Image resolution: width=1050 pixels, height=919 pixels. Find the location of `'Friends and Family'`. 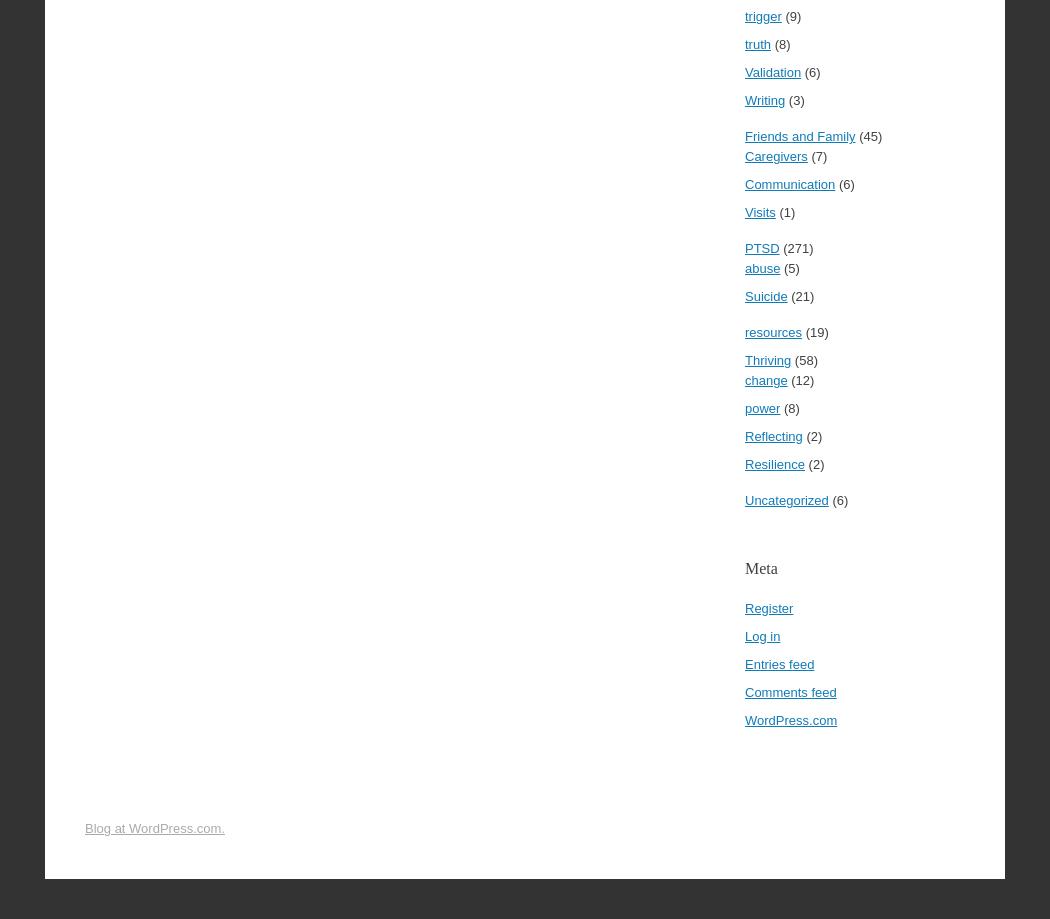

'Friends and Family' is located at coordinates (798, 135).